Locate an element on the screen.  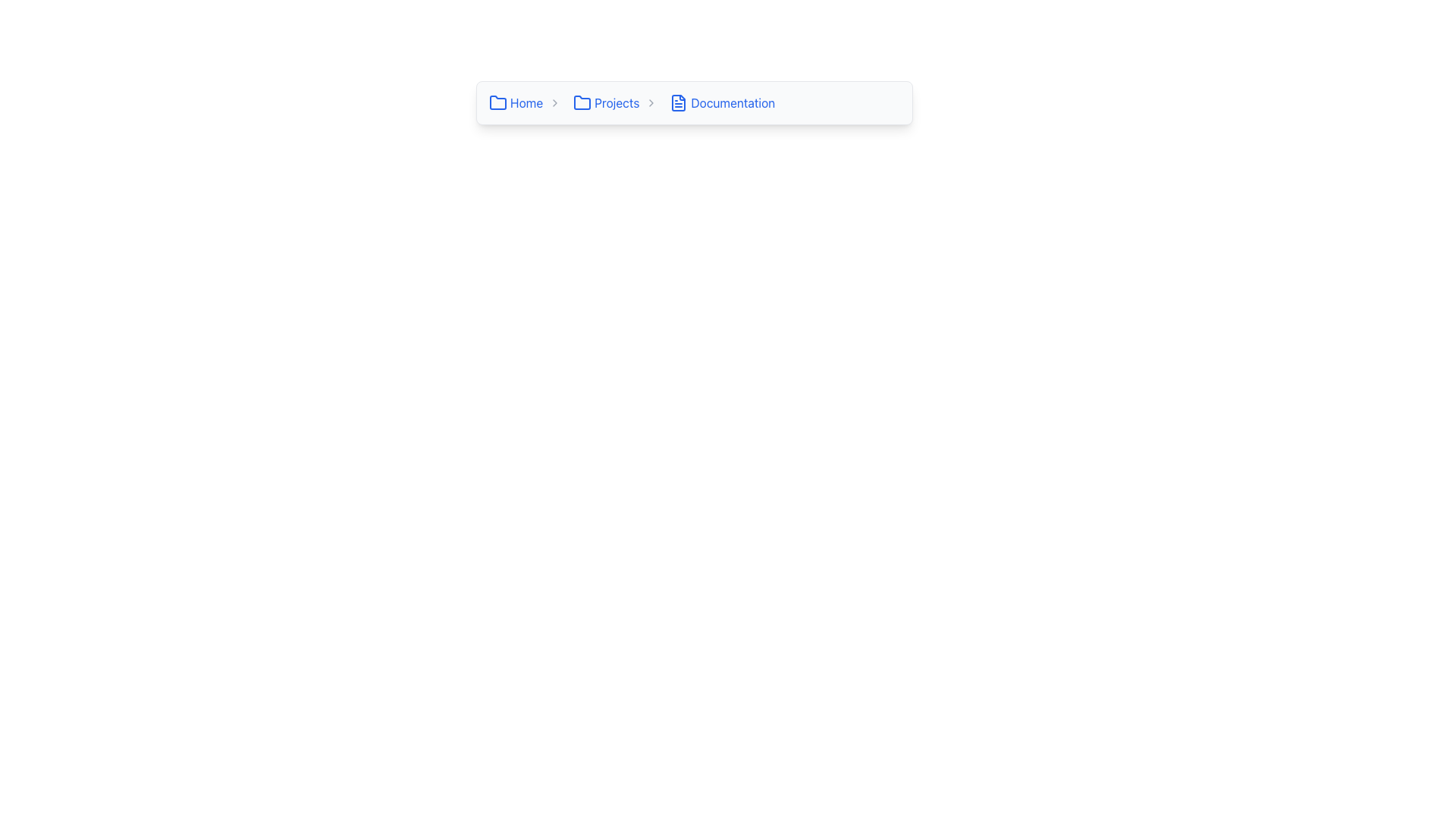
the 'Projects' icon located in the navigation menu, which serves as a visual indicator for the 'Projects' section is located at coordinates (582, 102).